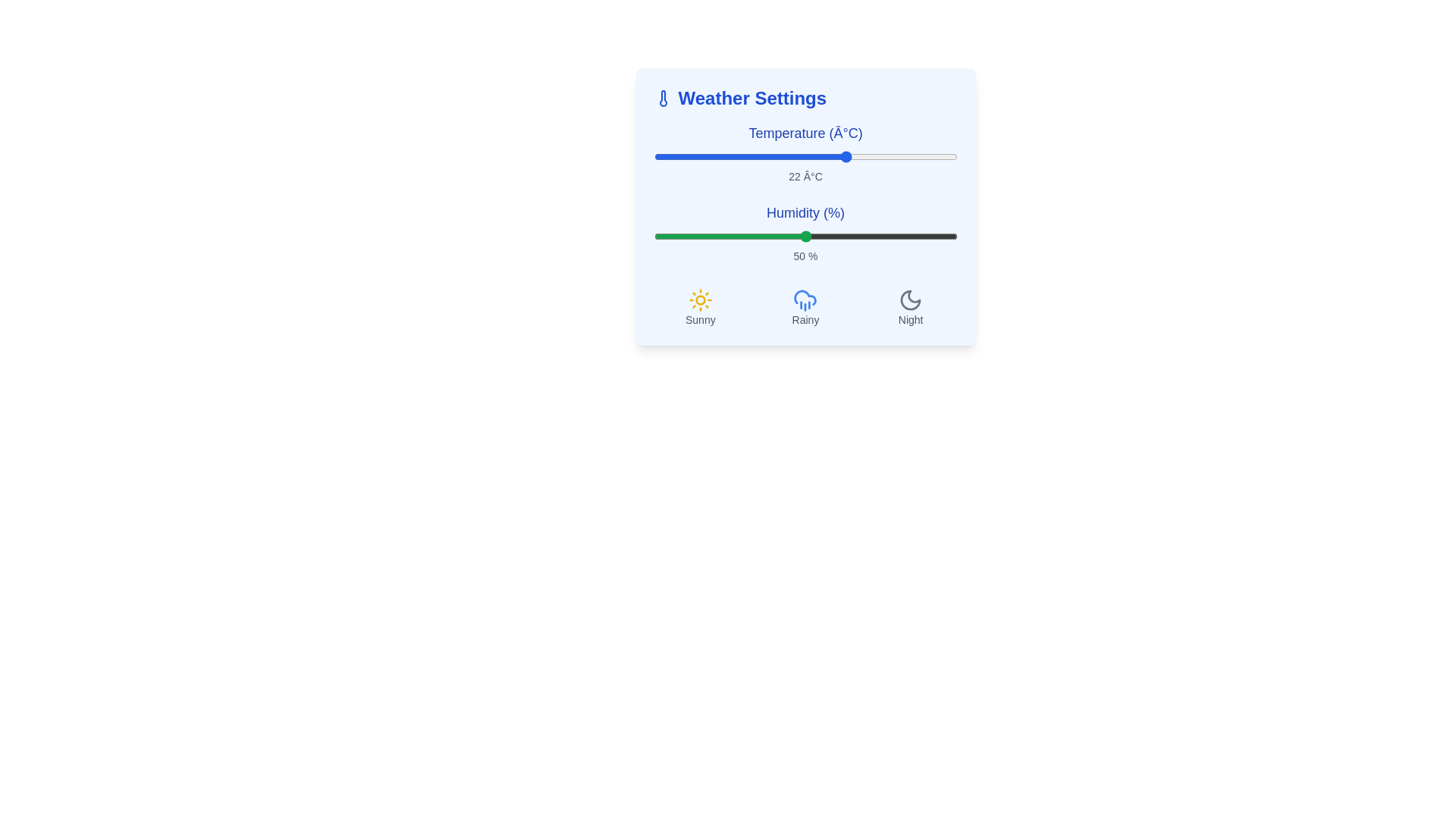  Describe the element at coordinates (805, 237) in the screenshot. I see `the slider handle located below the 'Humidity (%)' label and above the text '50 %' within the 'Weather Settings' card` at that location.